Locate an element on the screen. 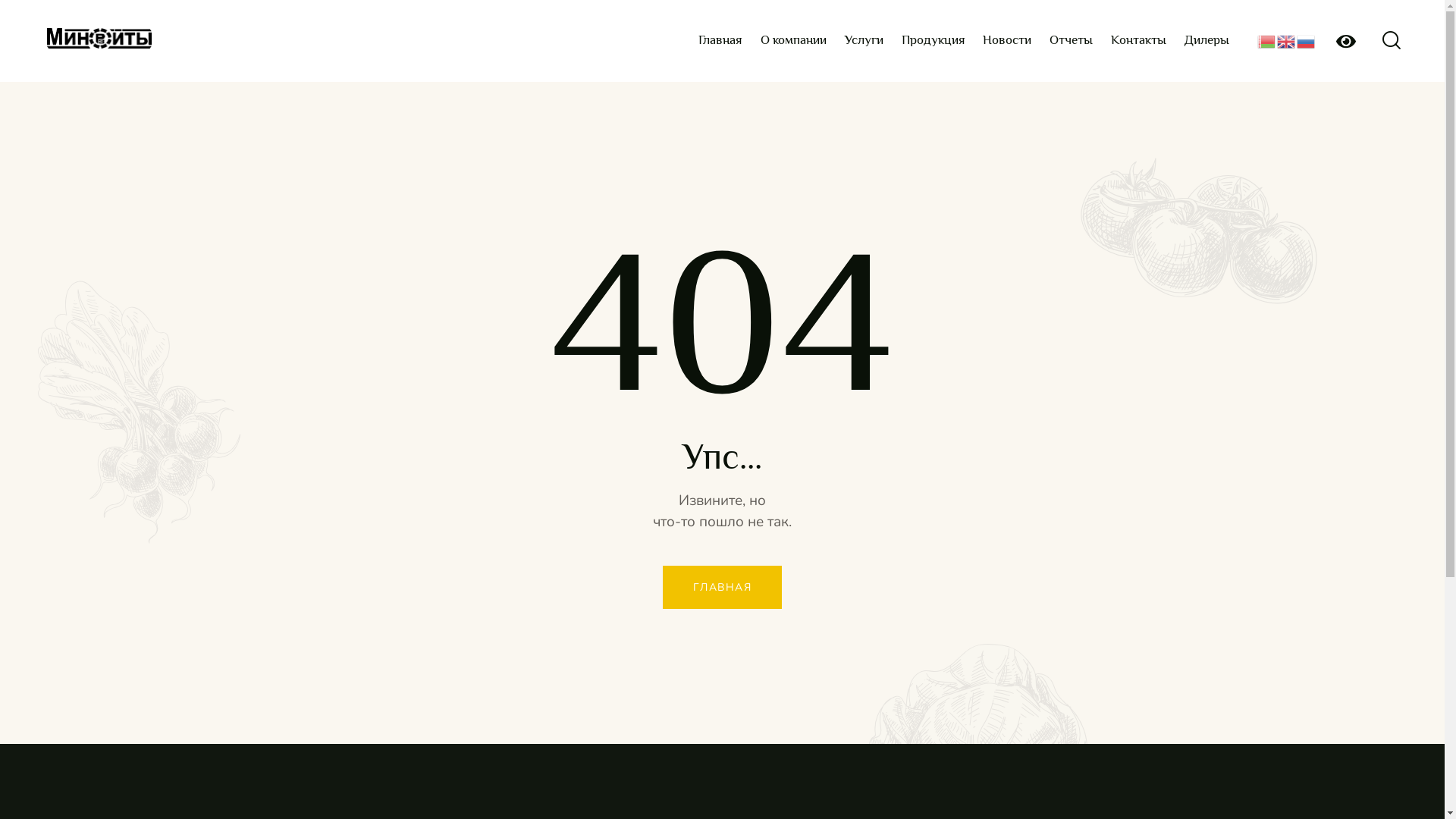 The image size is (1456, 819). 'Russian' is located at coordinates (1306, 39).